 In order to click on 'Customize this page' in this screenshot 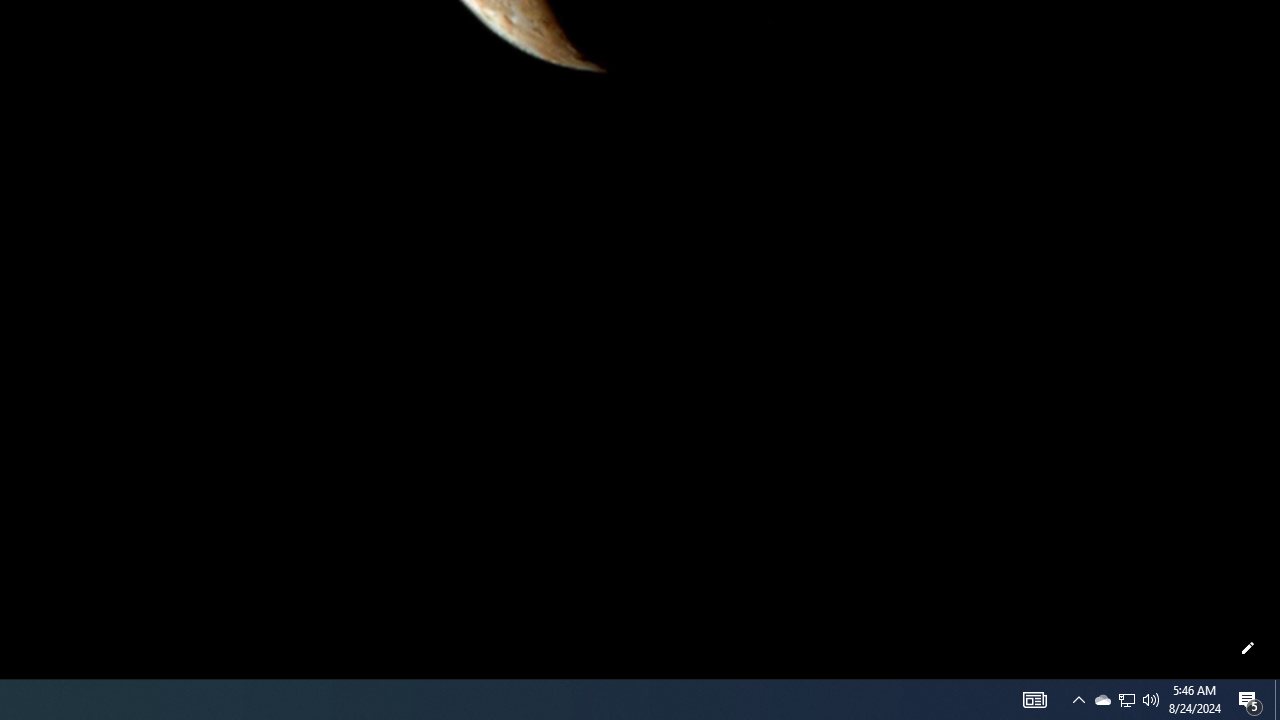, I will do `click(1247, 648)`.